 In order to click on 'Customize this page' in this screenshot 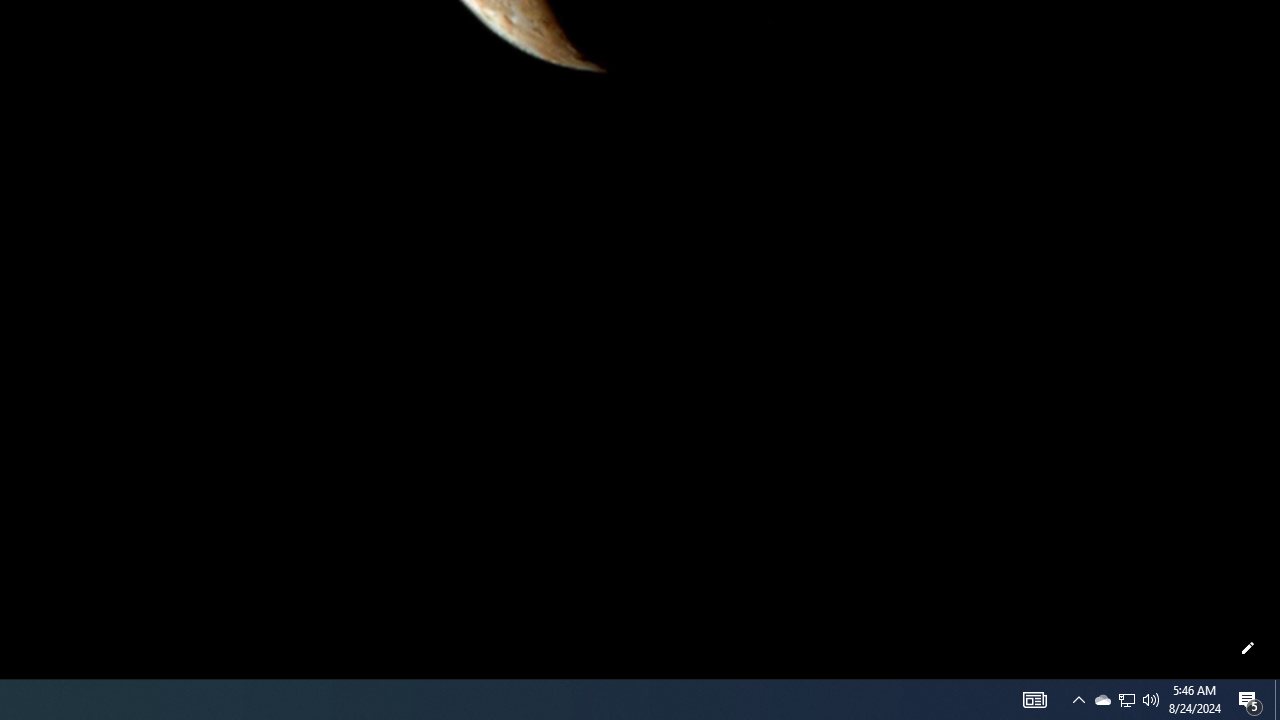, I will do `click(1247, 648)`.